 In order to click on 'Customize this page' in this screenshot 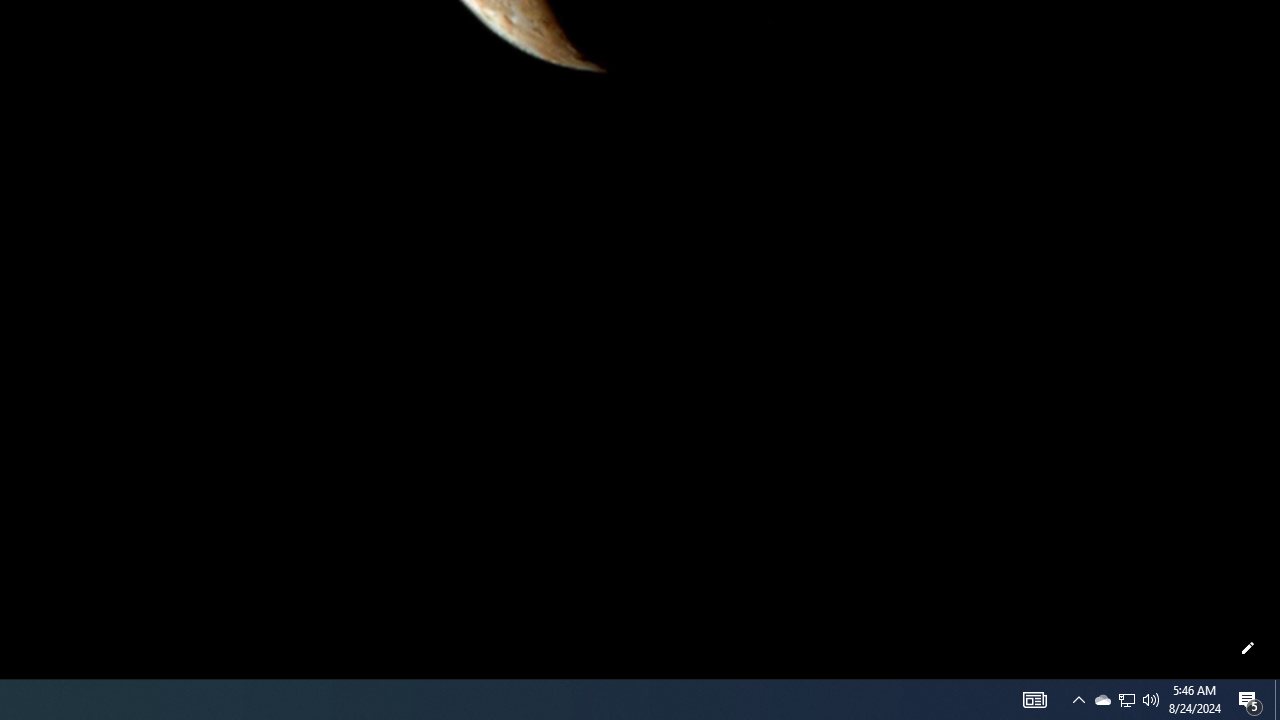, I will do `click(1247, 648)`.